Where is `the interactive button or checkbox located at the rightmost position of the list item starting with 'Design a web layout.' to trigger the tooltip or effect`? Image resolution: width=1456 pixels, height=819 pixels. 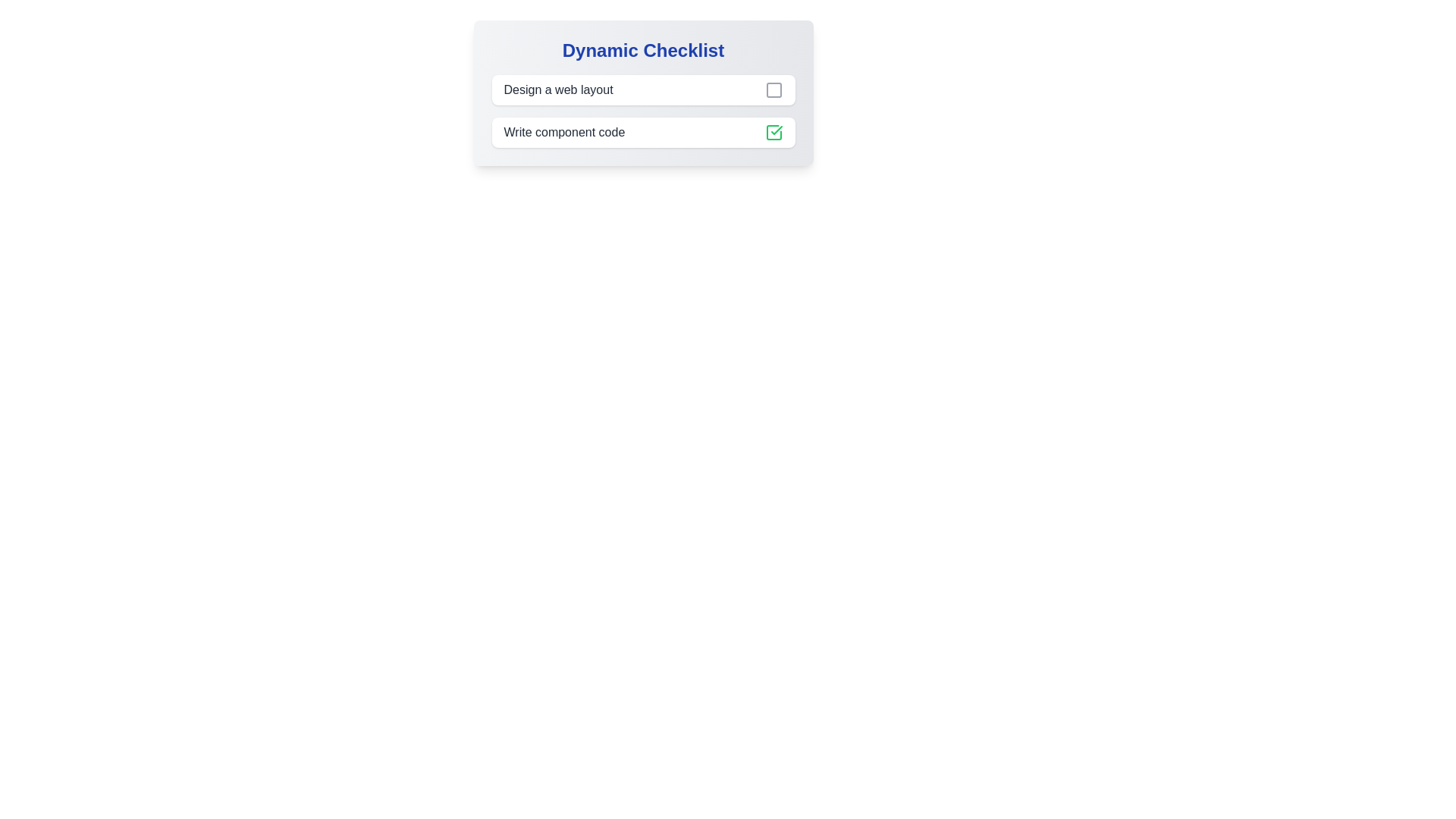
the interactive button or checkbox located at the rightmost position of the list item starting with 'Design a web layout.' to trigger the tooltip or effect is located at coordinates (773, 90).